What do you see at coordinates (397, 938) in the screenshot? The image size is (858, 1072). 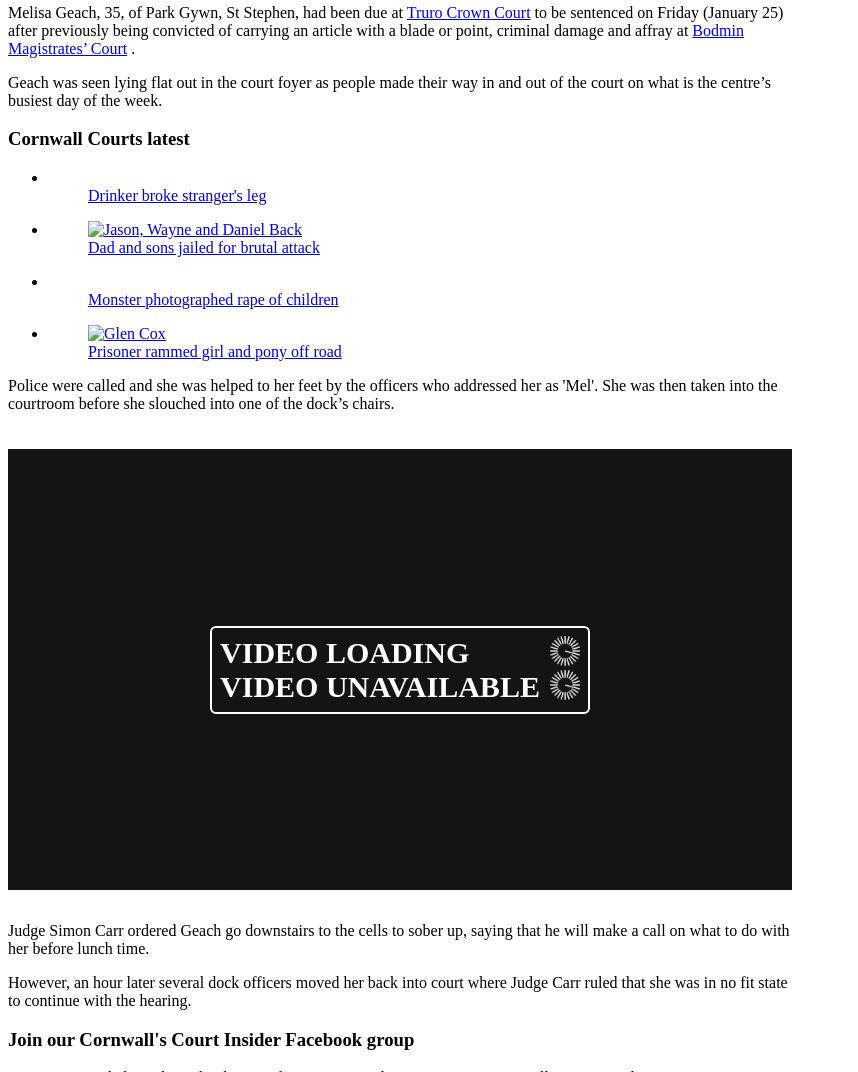 I see `'Judge Simon Carr ordered Geach go downstairs to the cells to sober up, saying that he will make a call on what to do with her before lunch time.'` at bounding box center [397, 938].